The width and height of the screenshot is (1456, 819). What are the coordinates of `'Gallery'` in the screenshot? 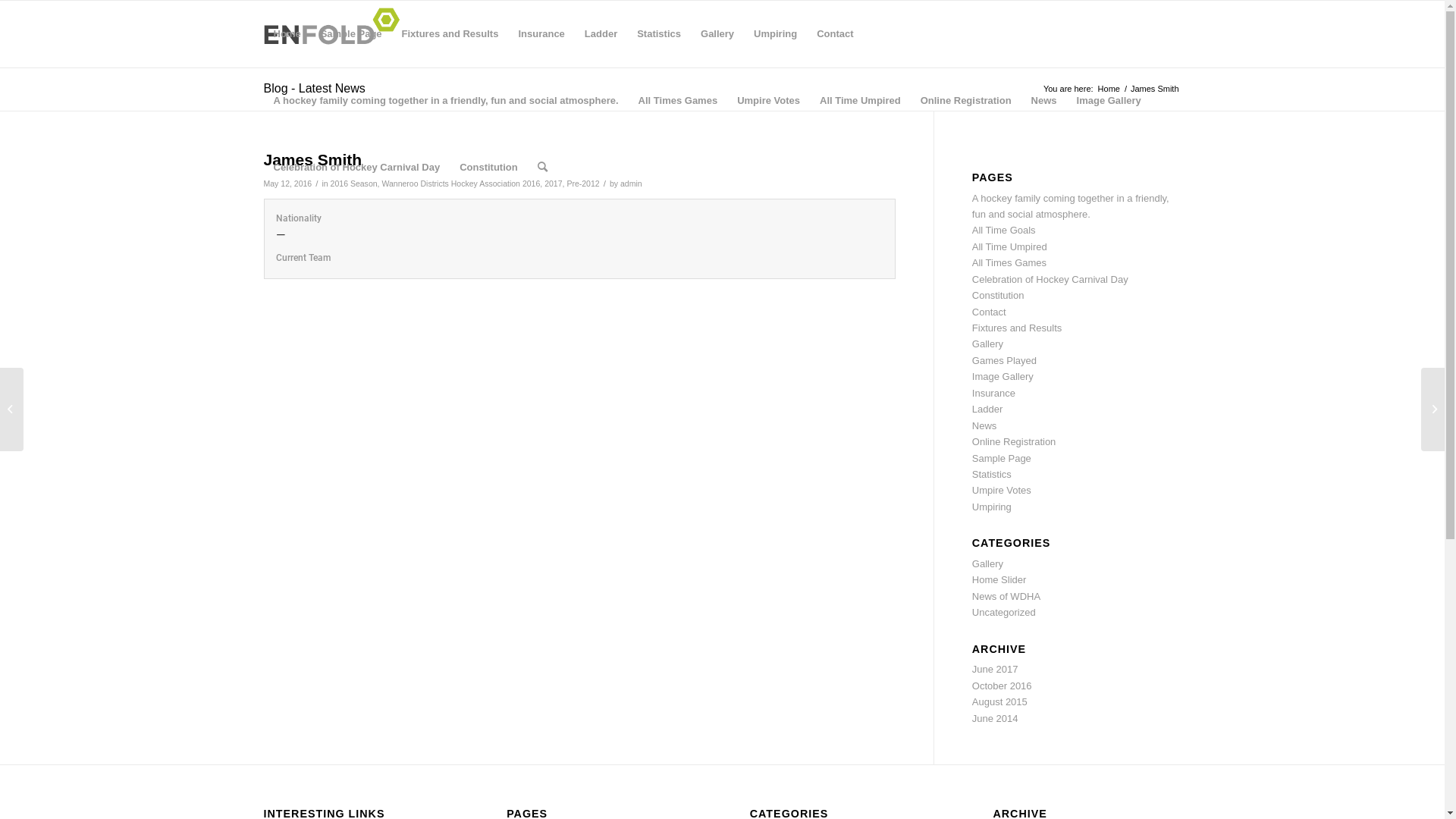 It's located at (716, 34).